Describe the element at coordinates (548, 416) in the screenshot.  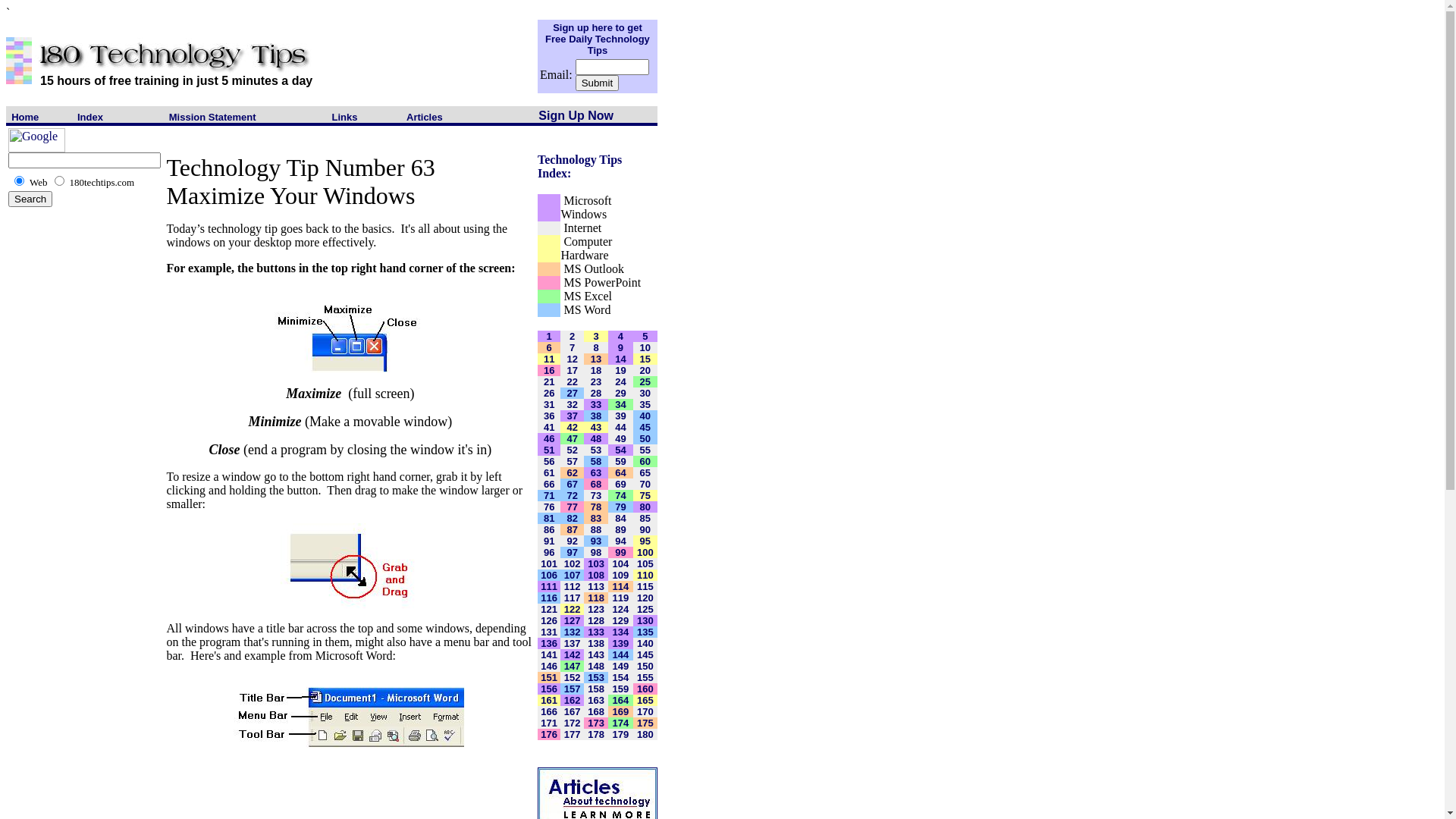
I see `'36'` at that location.